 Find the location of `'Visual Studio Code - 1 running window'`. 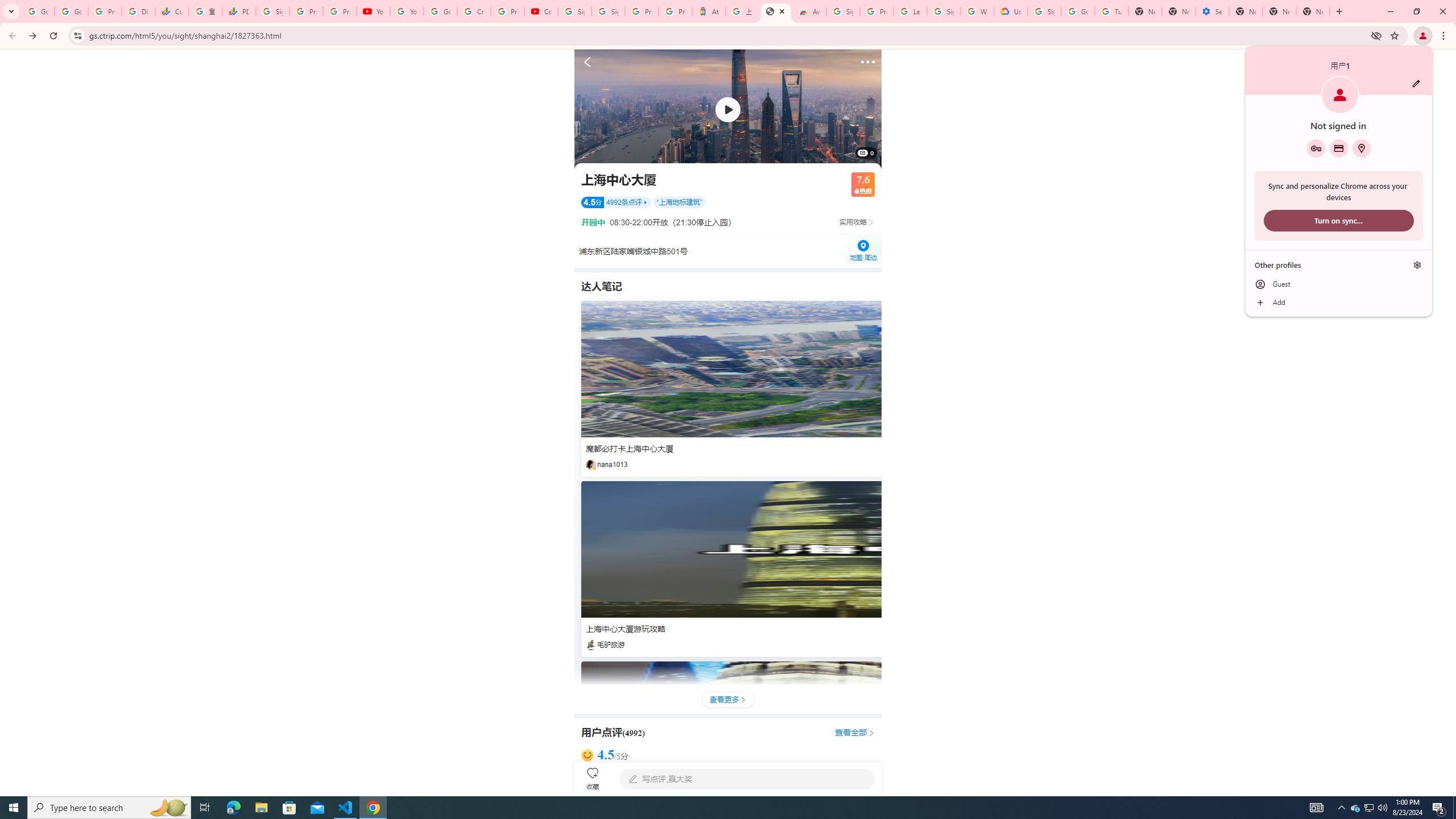

'Visual Studio Code - 1 running window' is located at coordinates (345, 806).